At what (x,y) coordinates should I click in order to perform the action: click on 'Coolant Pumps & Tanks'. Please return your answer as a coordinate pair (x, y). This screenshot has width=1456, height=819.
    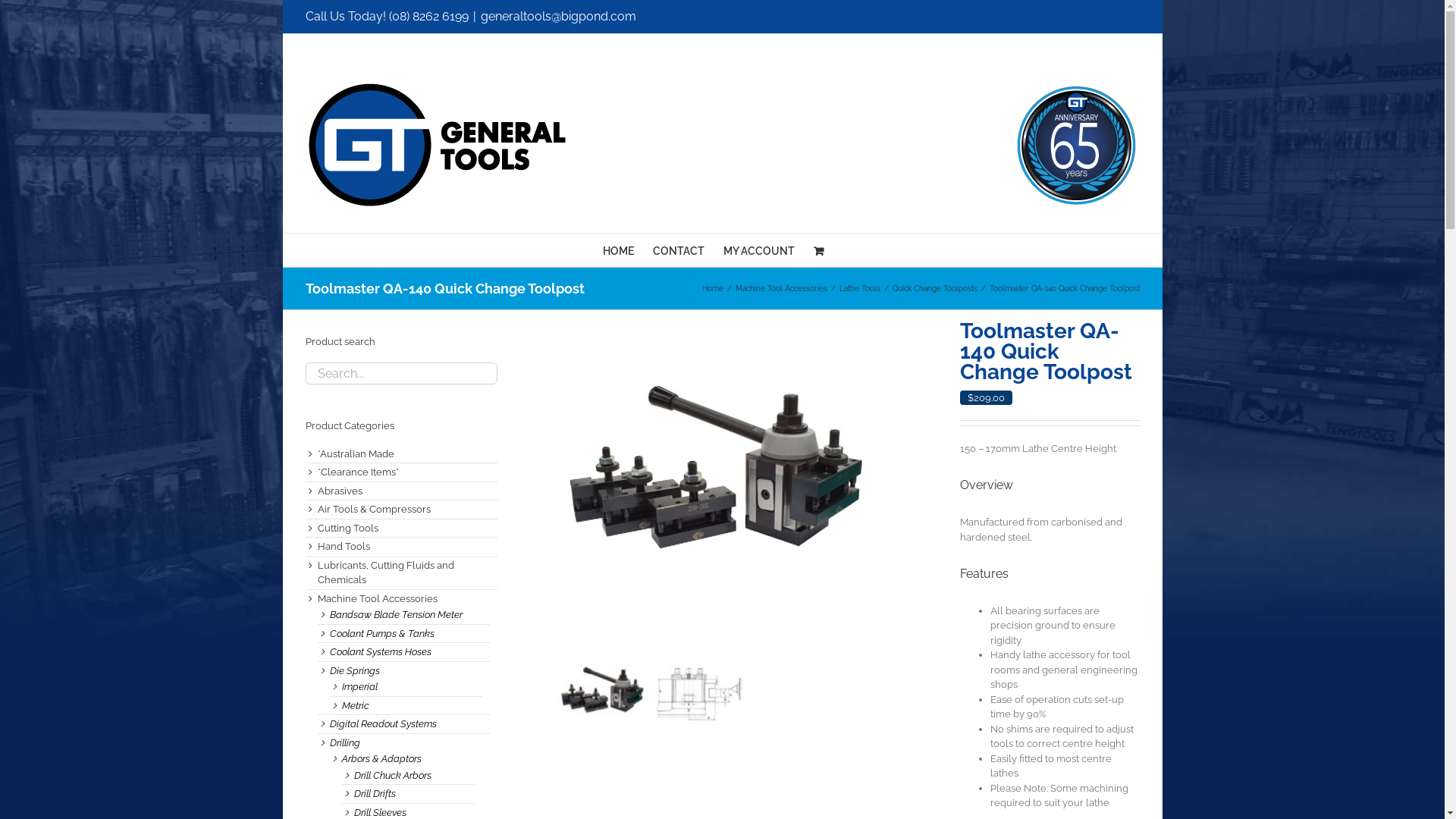
    Looking at the image, I should click on (328, 633).